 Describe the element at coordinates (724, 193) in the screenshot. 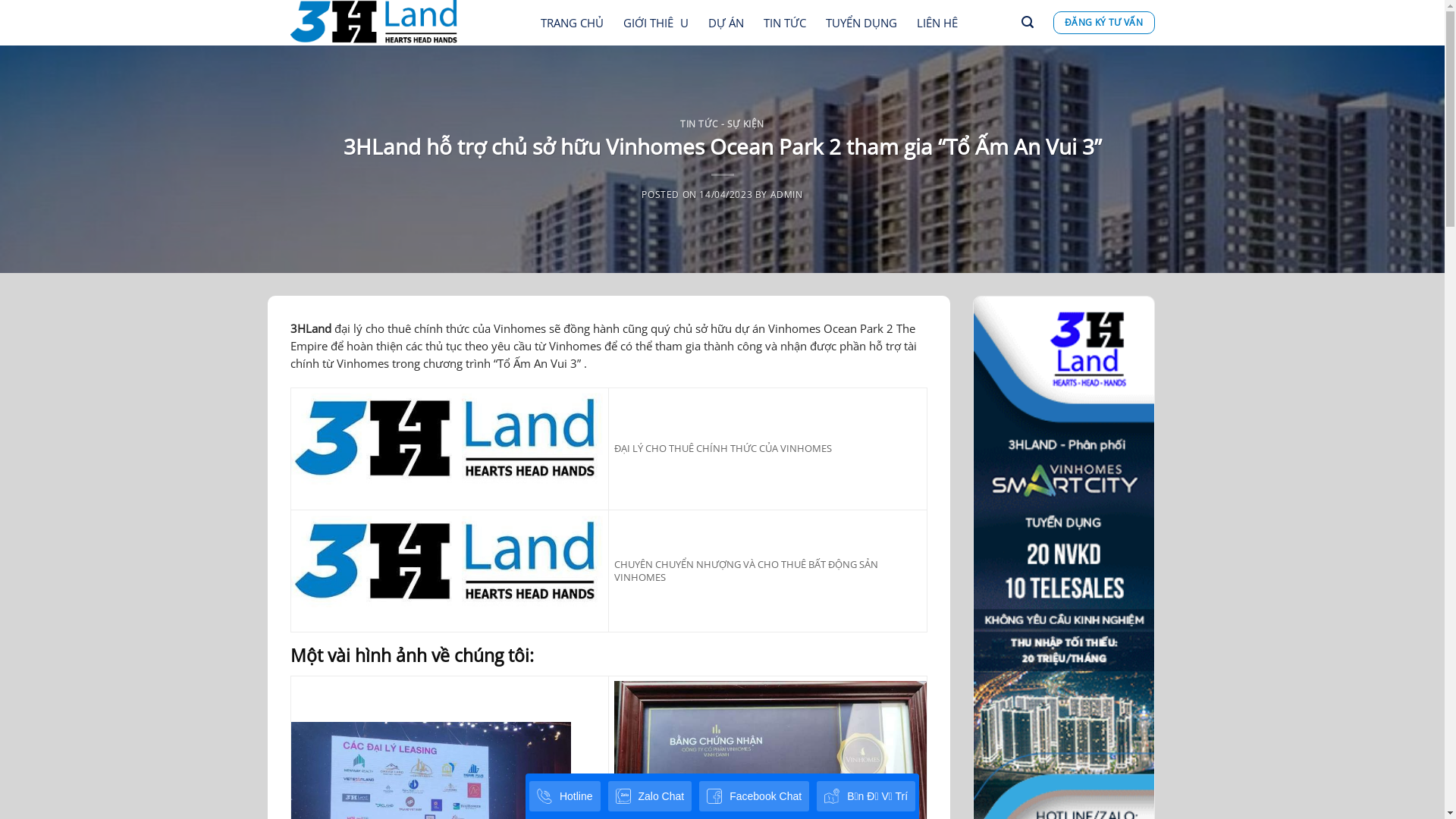

I see `'14/04/2023'` at that location.